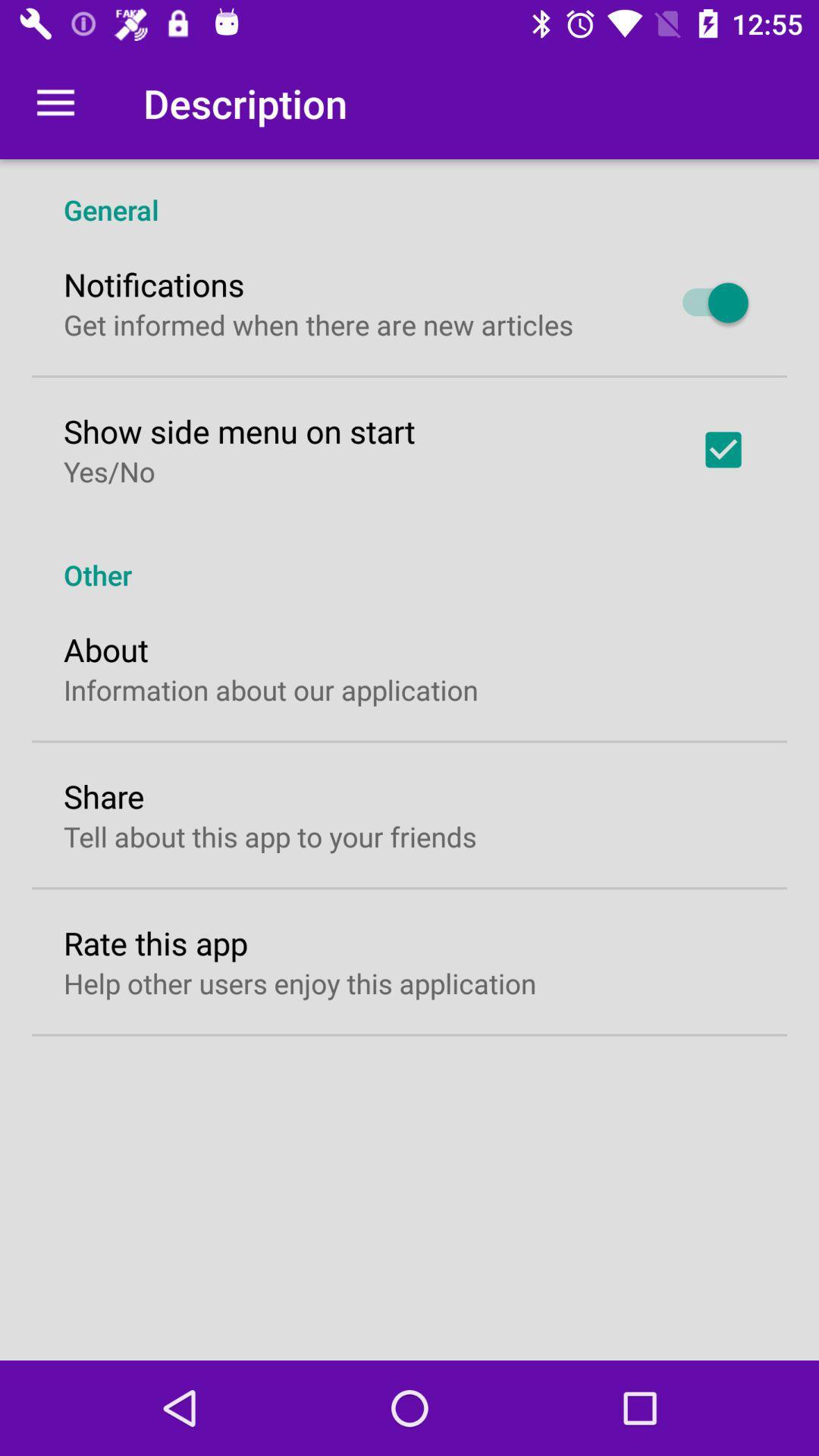 The image size is (819, 1456). Describe the element at coordinates (270, 689) in the screenshot. I see `the icon above the share item` at that location.